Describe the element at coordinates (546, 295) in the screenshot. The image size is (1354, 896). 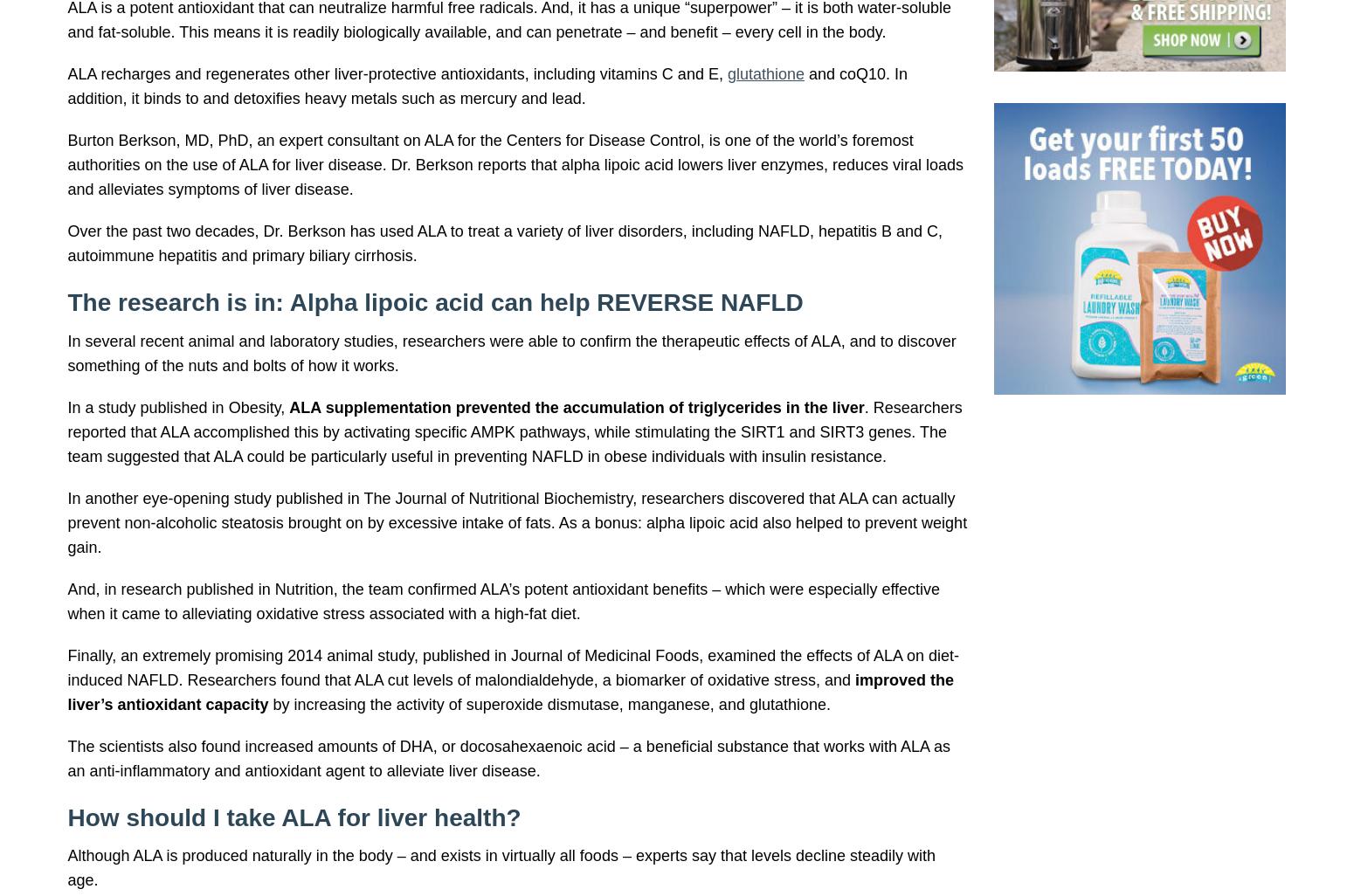
I see `'… 600 mg of ALA, 900 mg of silymarin – derived from milk thistle – and 400 mcg of selenium …'` at that location.